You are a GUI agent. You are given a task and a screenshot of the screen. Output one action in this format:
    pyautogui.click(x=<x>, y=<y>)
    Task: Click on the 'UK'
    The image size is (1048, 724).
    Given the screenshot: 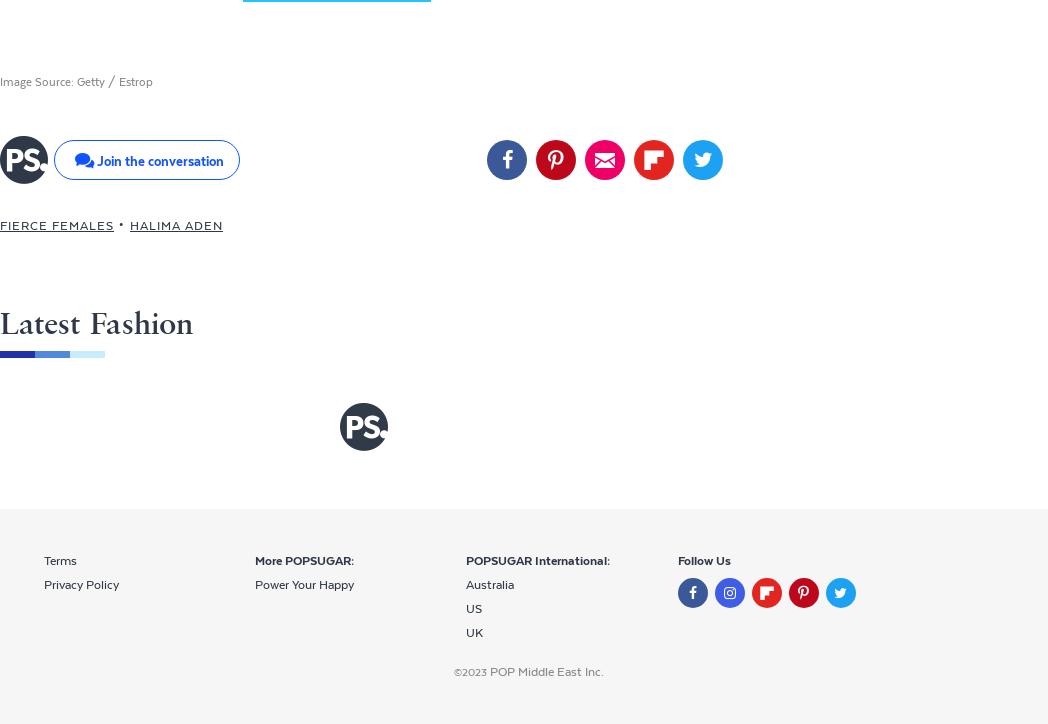 What is the action you would take?
    pyautogui.click(x=473, y=632)
    